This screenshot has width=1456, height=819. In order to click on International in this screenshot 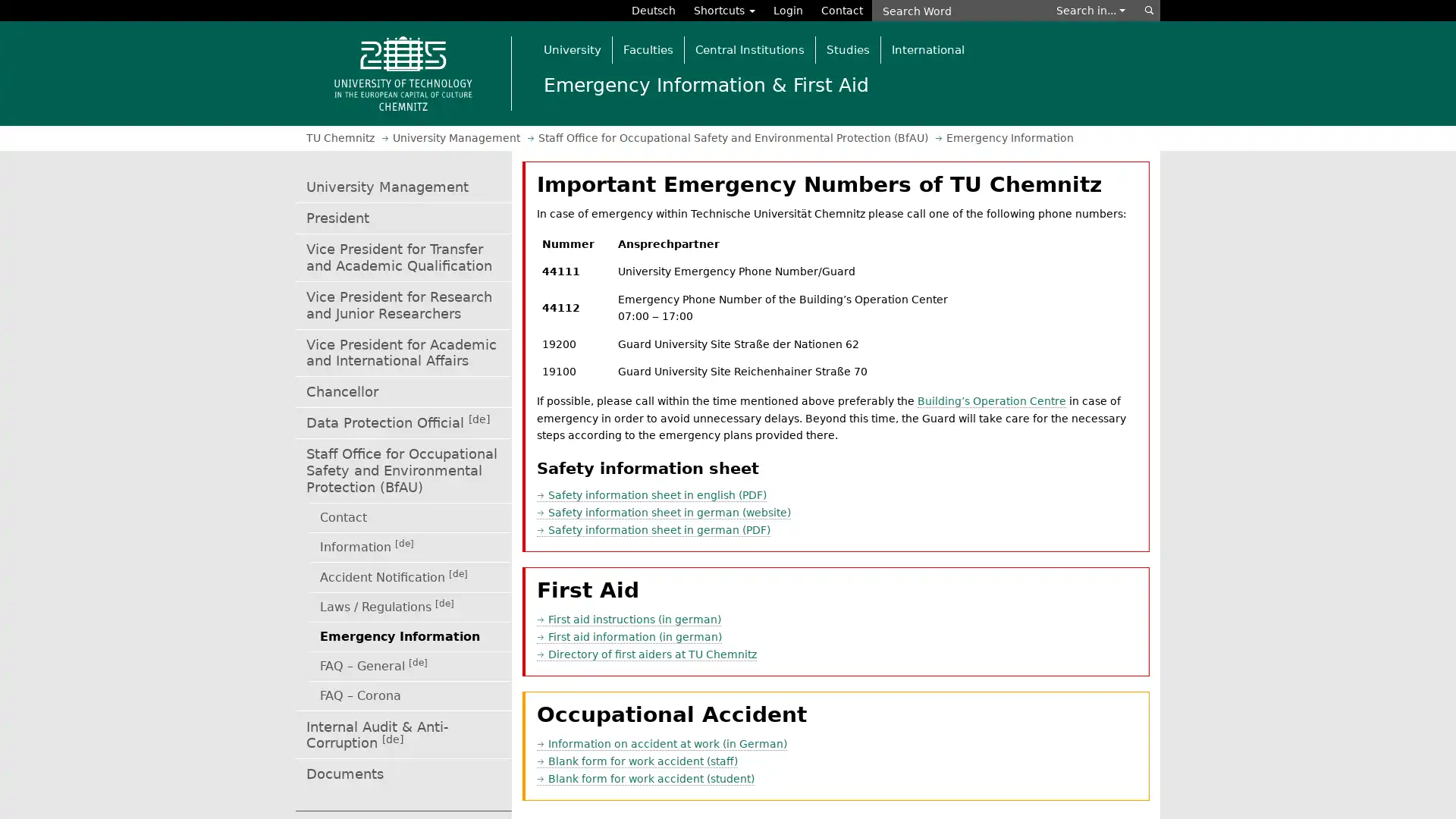, I will do `click(927, 49)`.